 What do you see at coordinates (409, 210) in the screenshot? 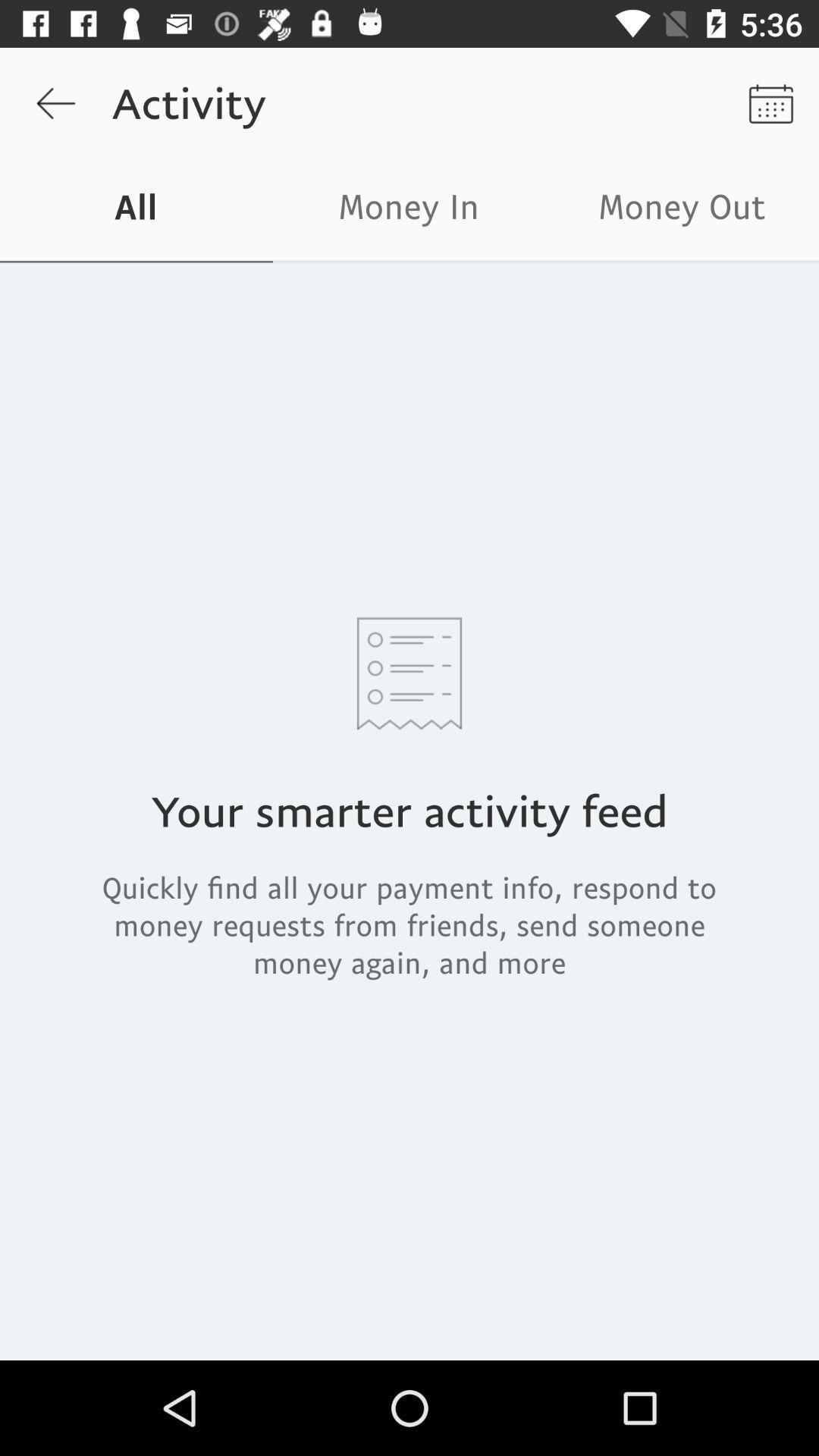
I see `the item below the activity item` at bounding box center [409, 210].